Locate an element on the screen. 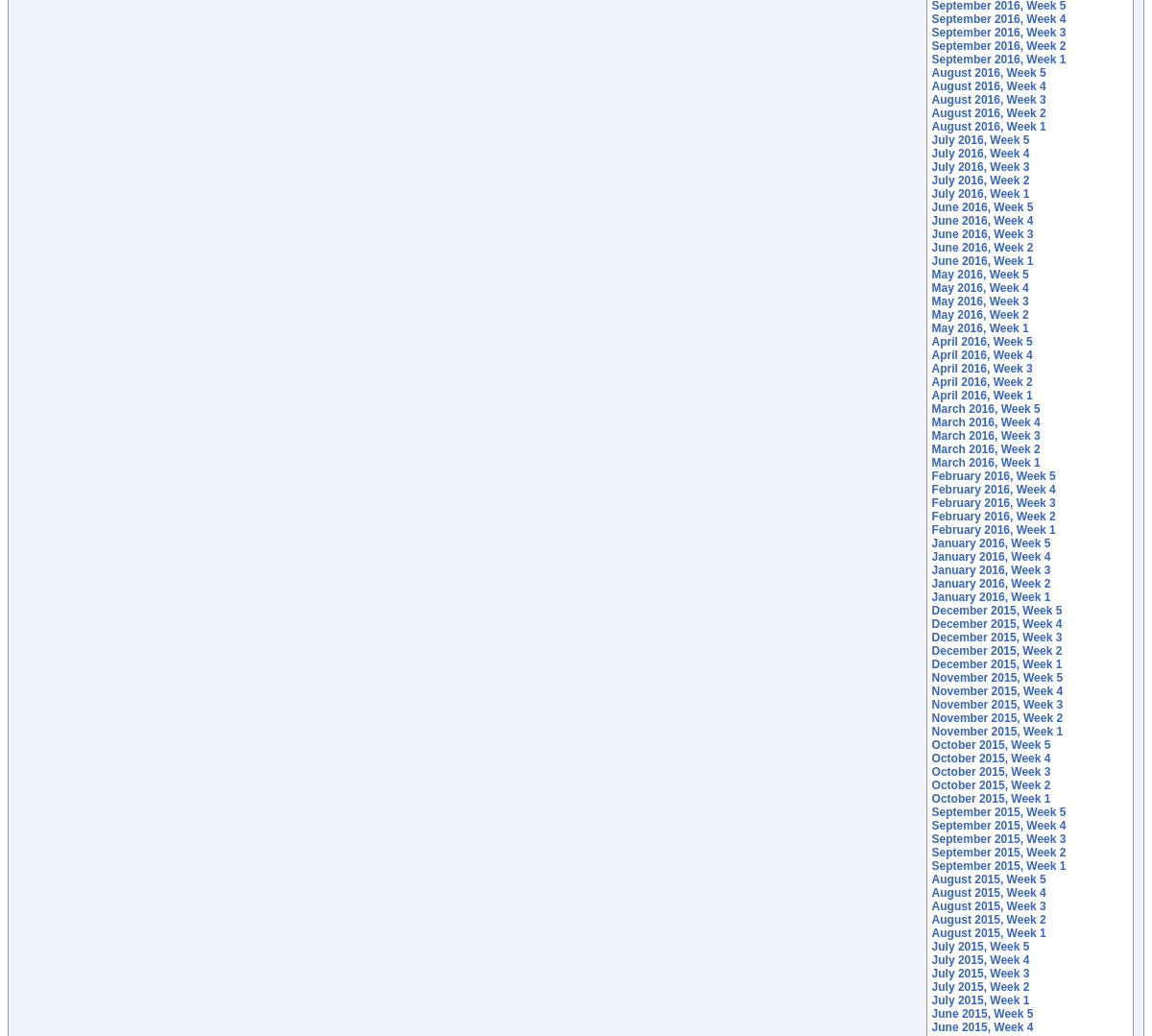  'July 2016, Week 5' is located at coordinates (979, 138).